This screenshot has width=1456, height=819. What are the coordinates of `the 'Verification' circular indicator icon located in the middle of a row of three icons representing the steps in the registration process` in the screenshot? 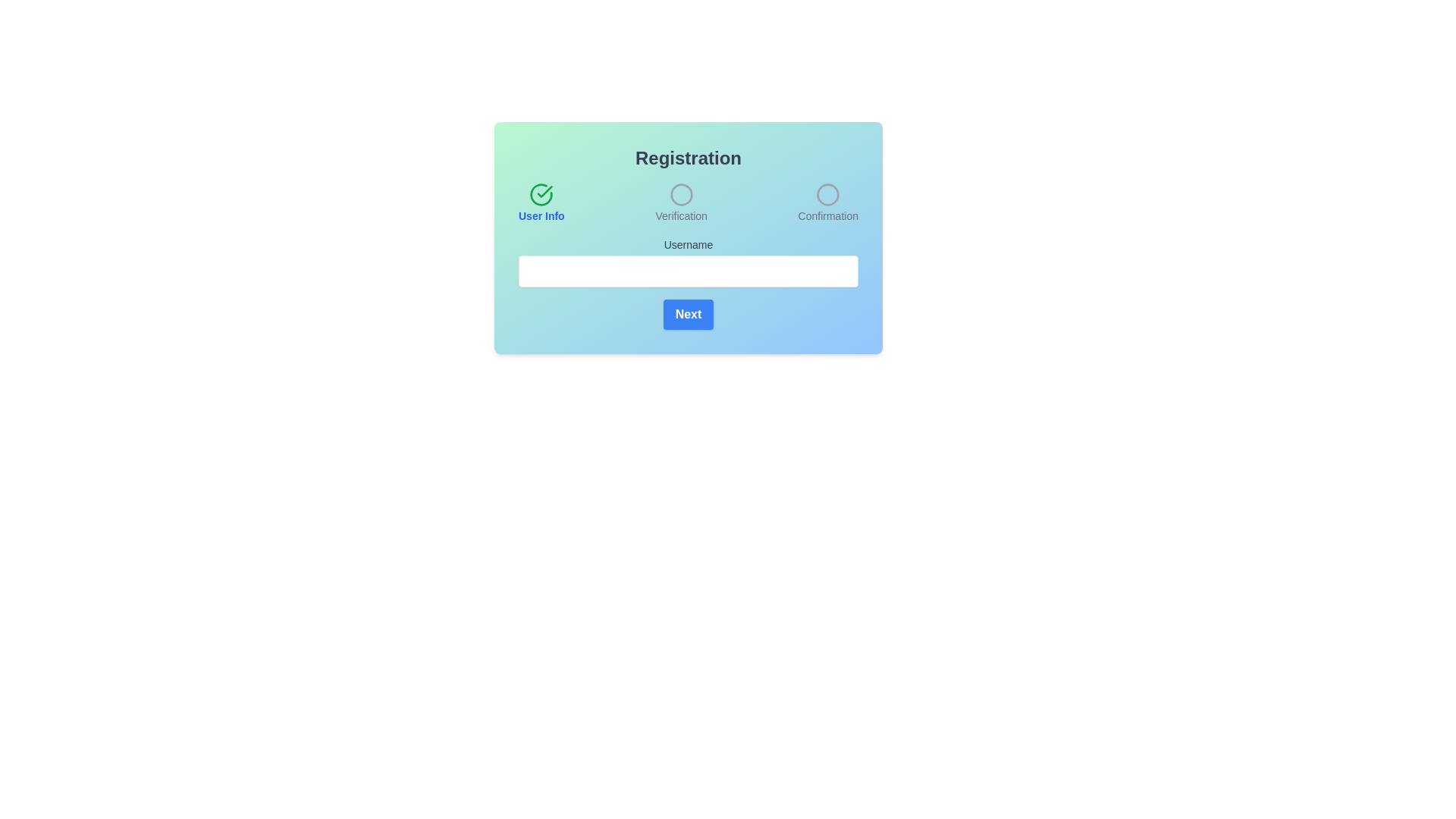 It's located at (680, 194).